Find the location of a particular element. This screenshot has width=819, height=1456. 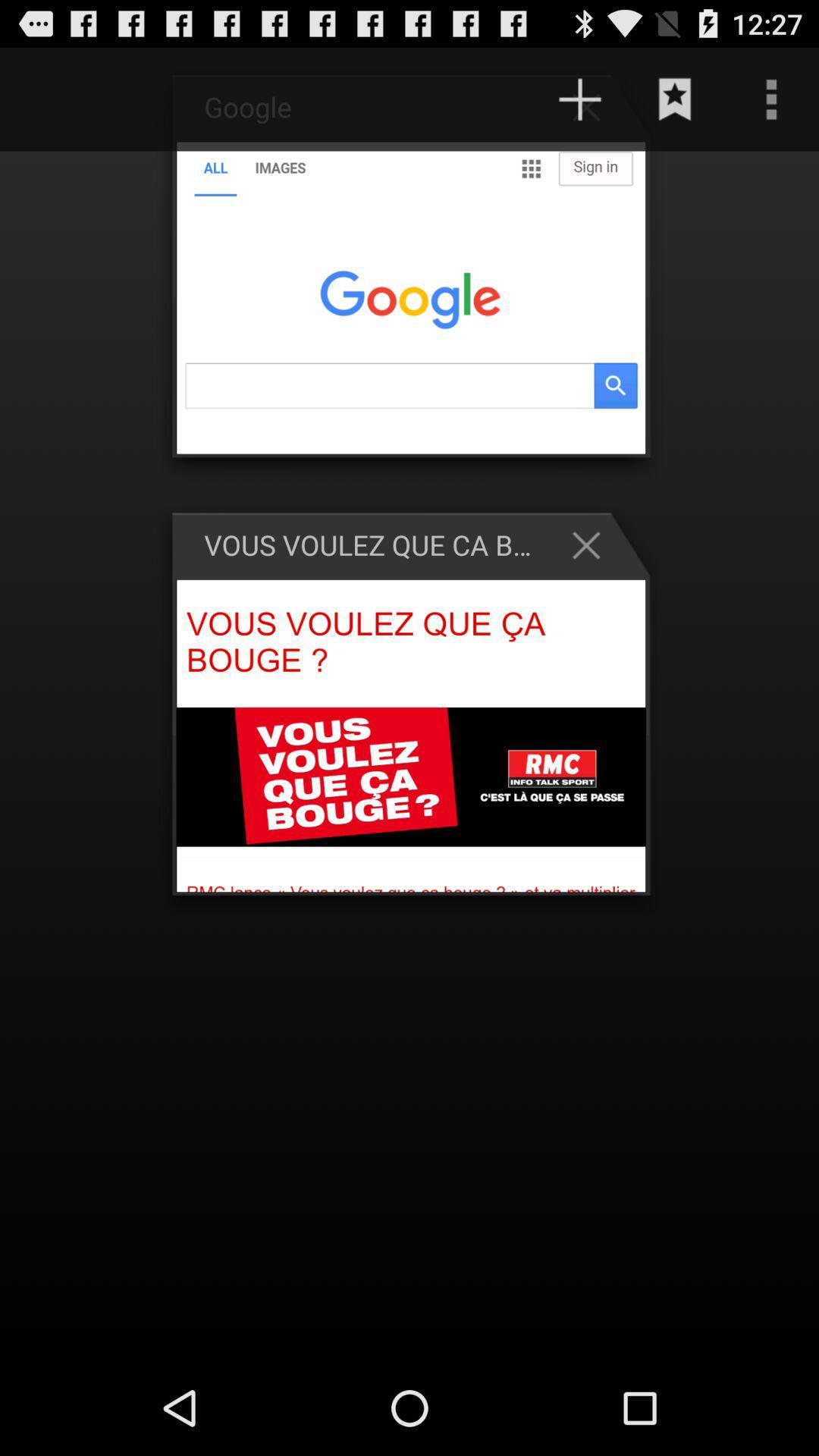

the more icon is located at coordinates (771, 105).